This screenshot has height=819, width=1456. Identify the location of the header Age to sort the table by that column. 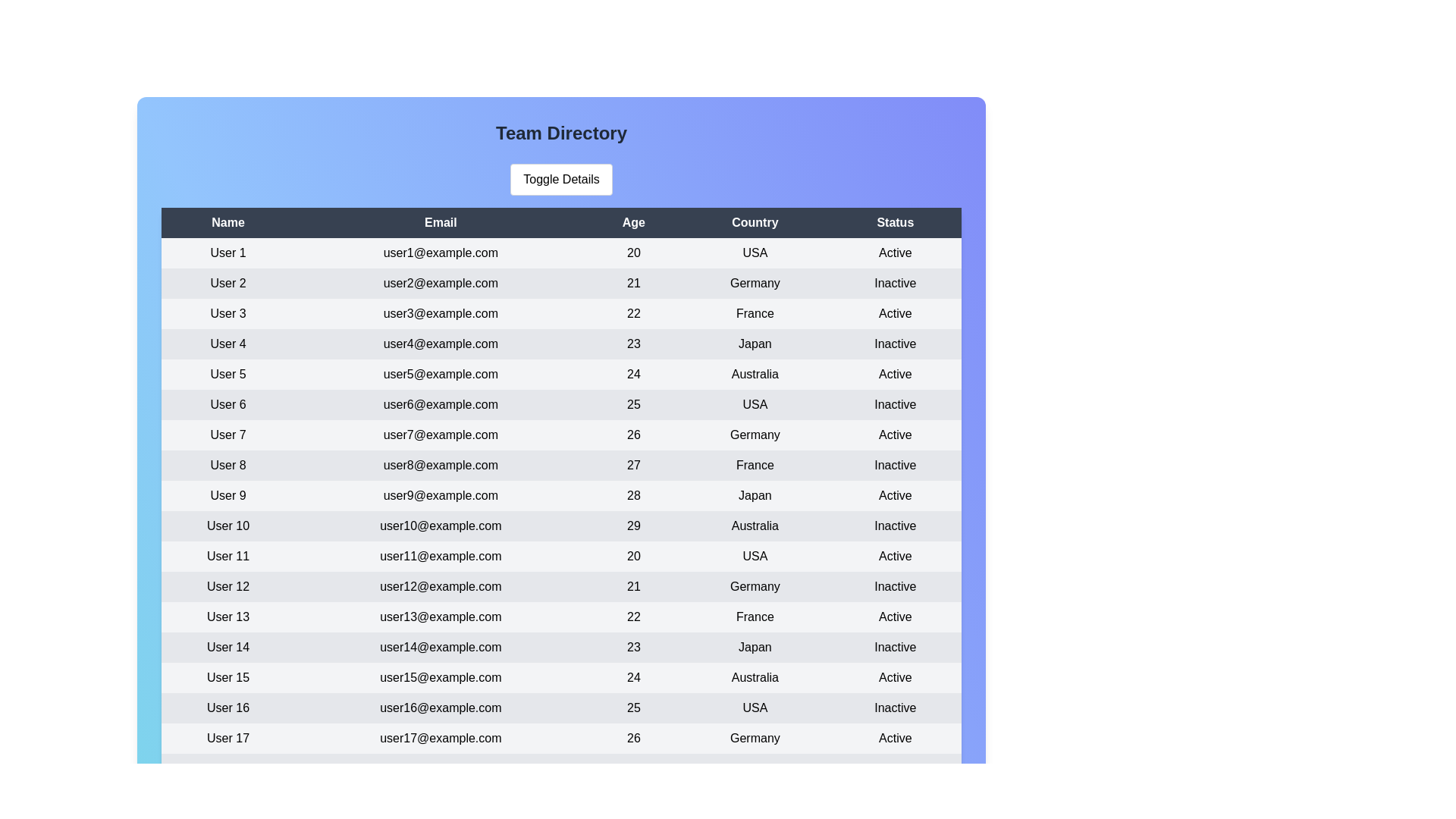
(633, 222).